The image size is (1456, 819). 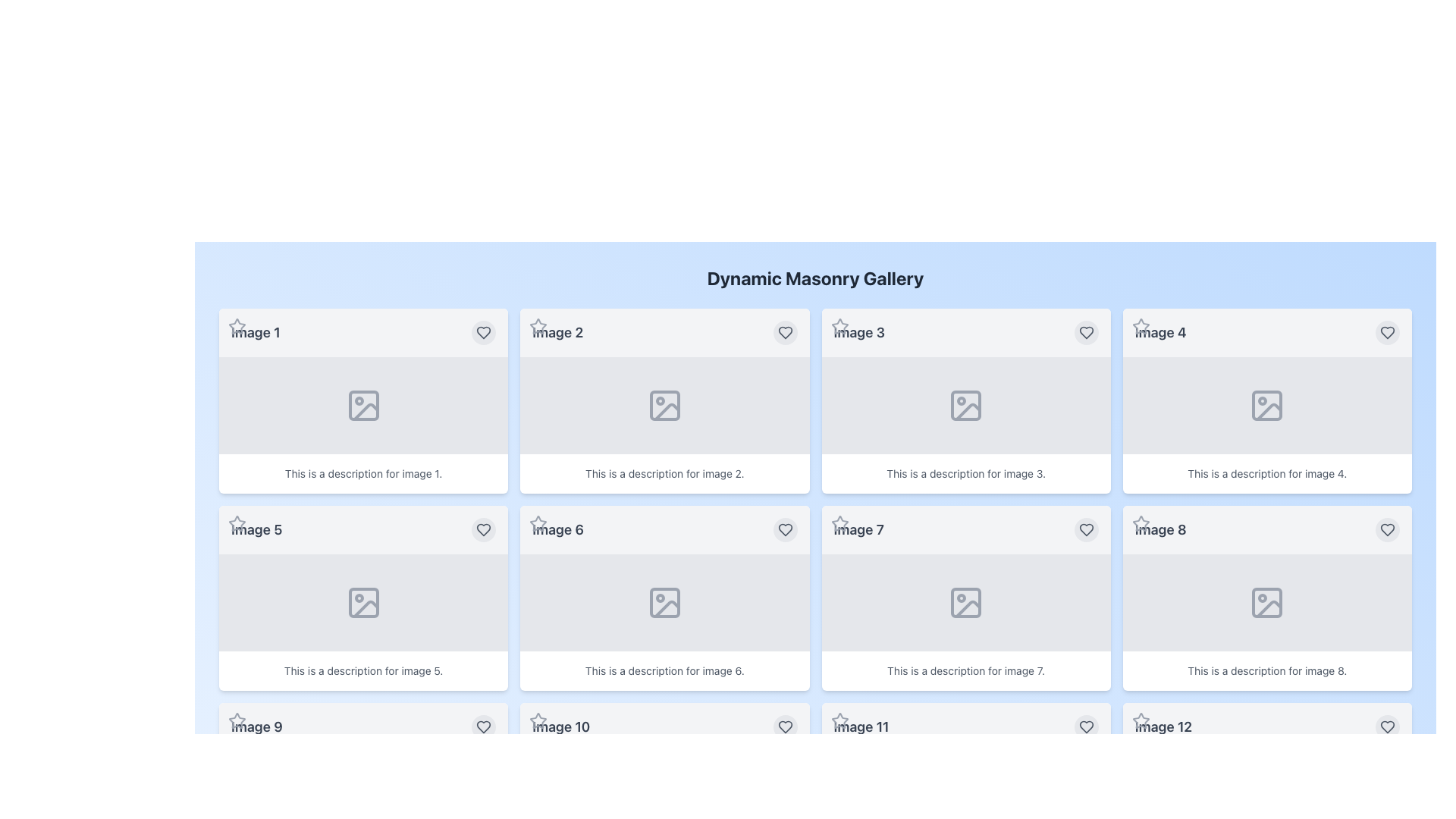 What do you see at coordinates (664, 472) in the screenshot?
I see `textual description located beneath the image placeholder for 'Image 2', which is rendered in a small, gray font and contains the text 'This is a description for image 2.'` at bounding box center [664, 472].